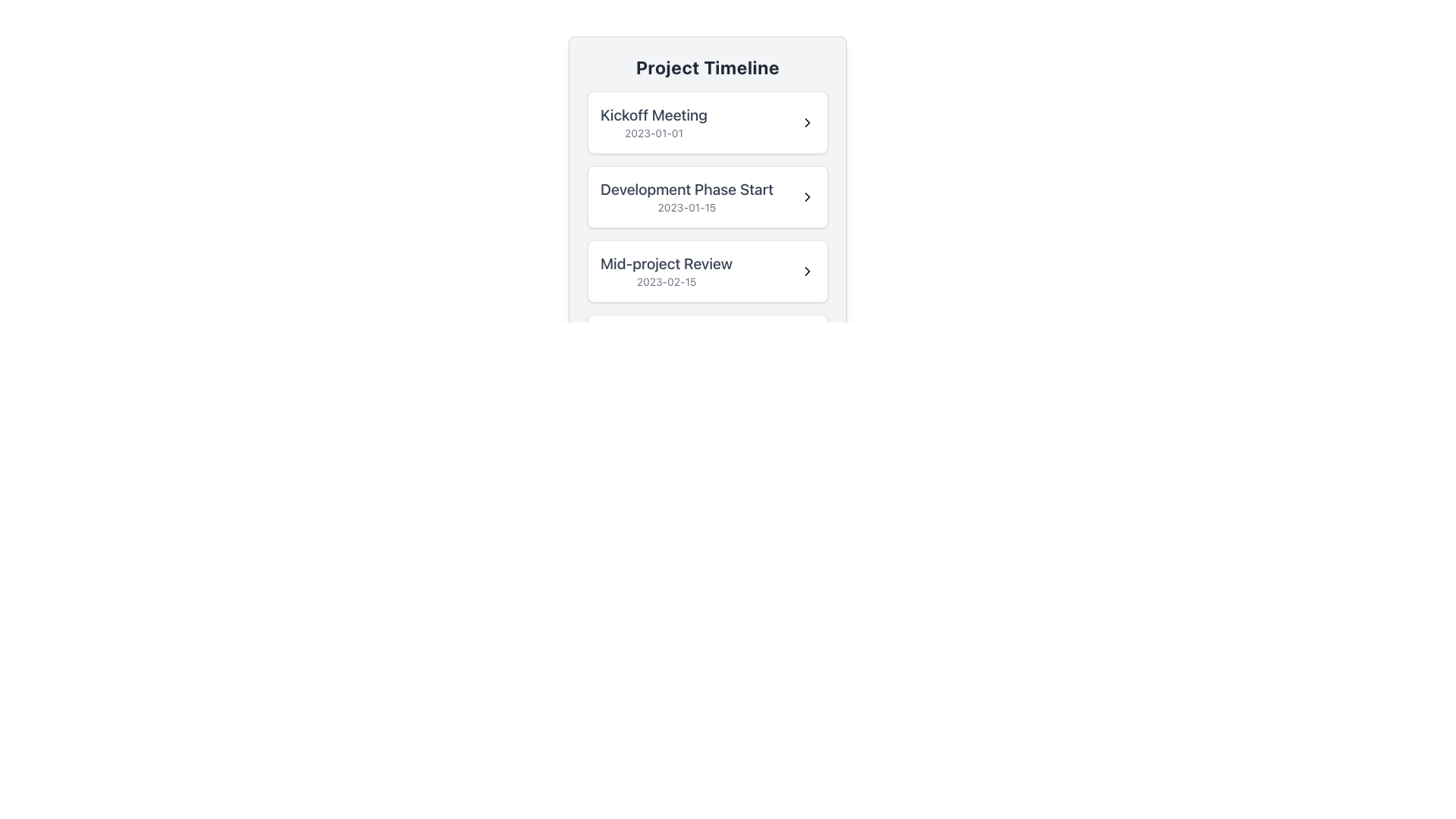  I want to click on the 'Mid-project Review' list item in the Project Timeline interface, so click(707, 271).